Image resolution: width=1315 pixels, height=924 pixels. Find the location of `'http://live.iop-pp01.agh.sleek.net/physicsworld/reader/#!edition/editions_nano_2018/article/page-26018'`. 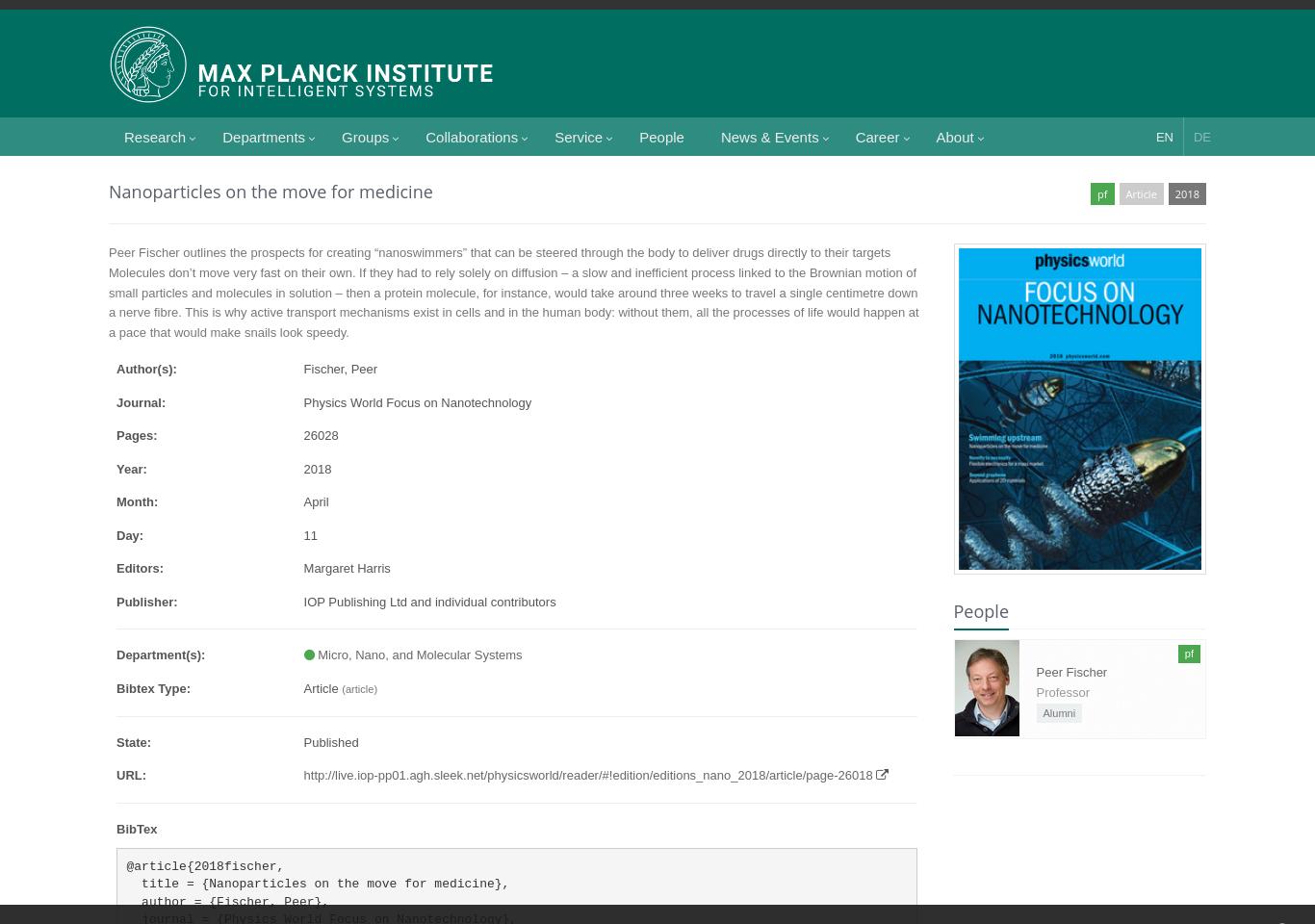

'http://live.iop-pp01.agh.sleek.net/physicsworld/reader/#!edition/editions_nano_2018/article/page-26018' is located at coordinates (586, 775).